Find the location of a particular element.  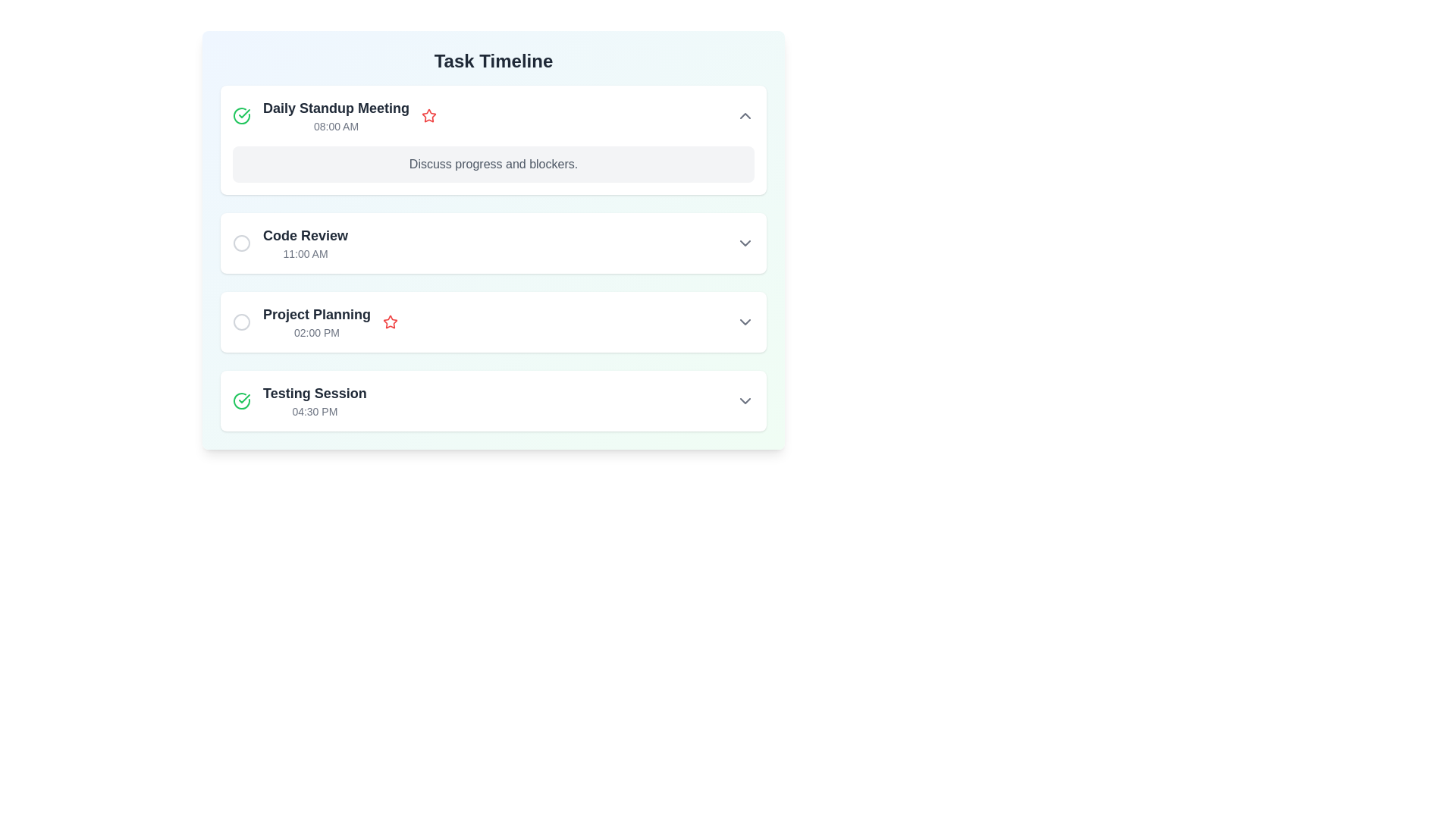

the Static text label displaying 'Code Review', which is positioned in the second task card of the timeline interface, above the '11:00 AM' timestamp is located at coordinates (305, 236).